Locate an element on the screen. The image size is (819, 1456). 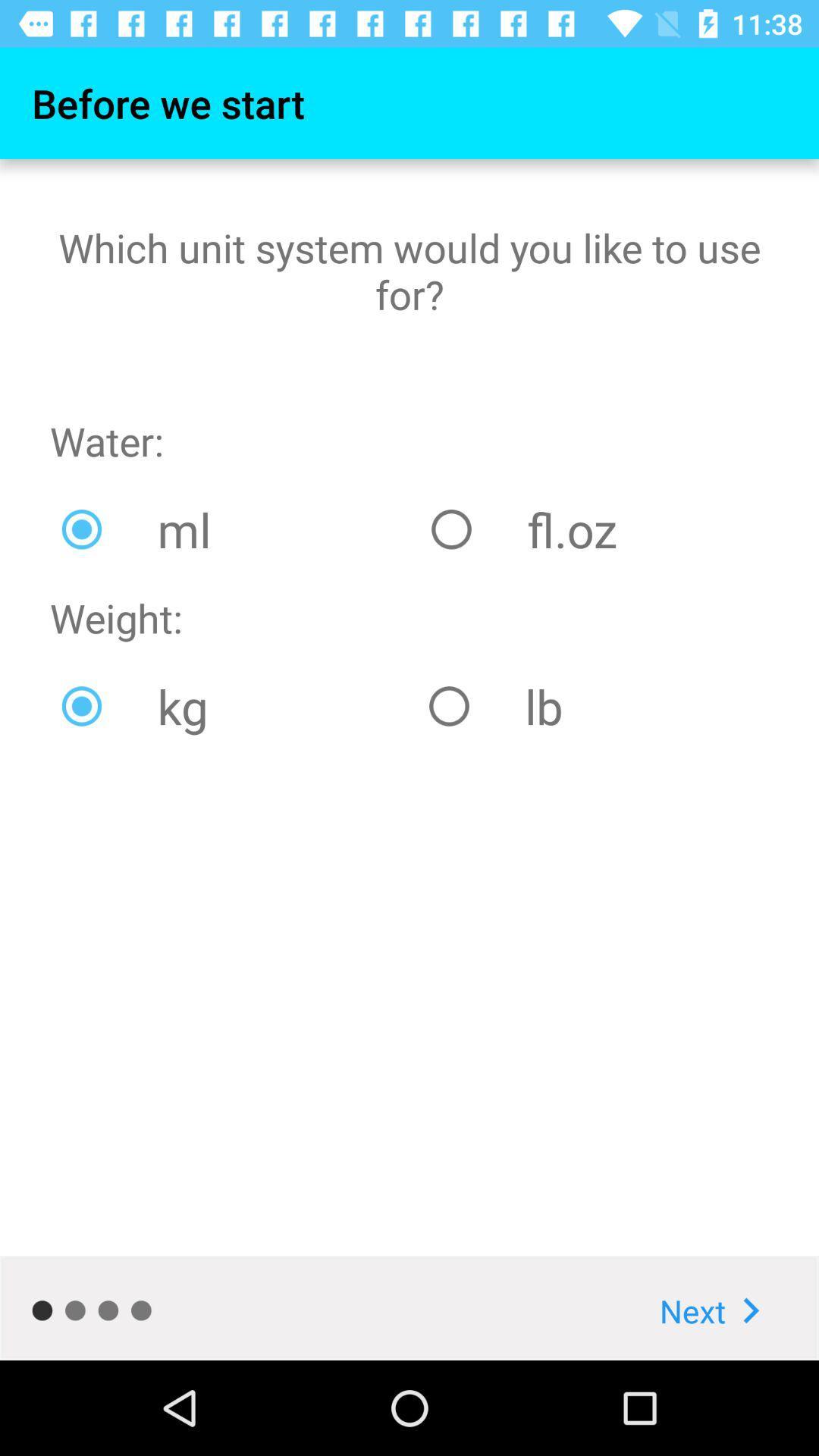
the icon below the water: item is located at coordinates (234, 529).